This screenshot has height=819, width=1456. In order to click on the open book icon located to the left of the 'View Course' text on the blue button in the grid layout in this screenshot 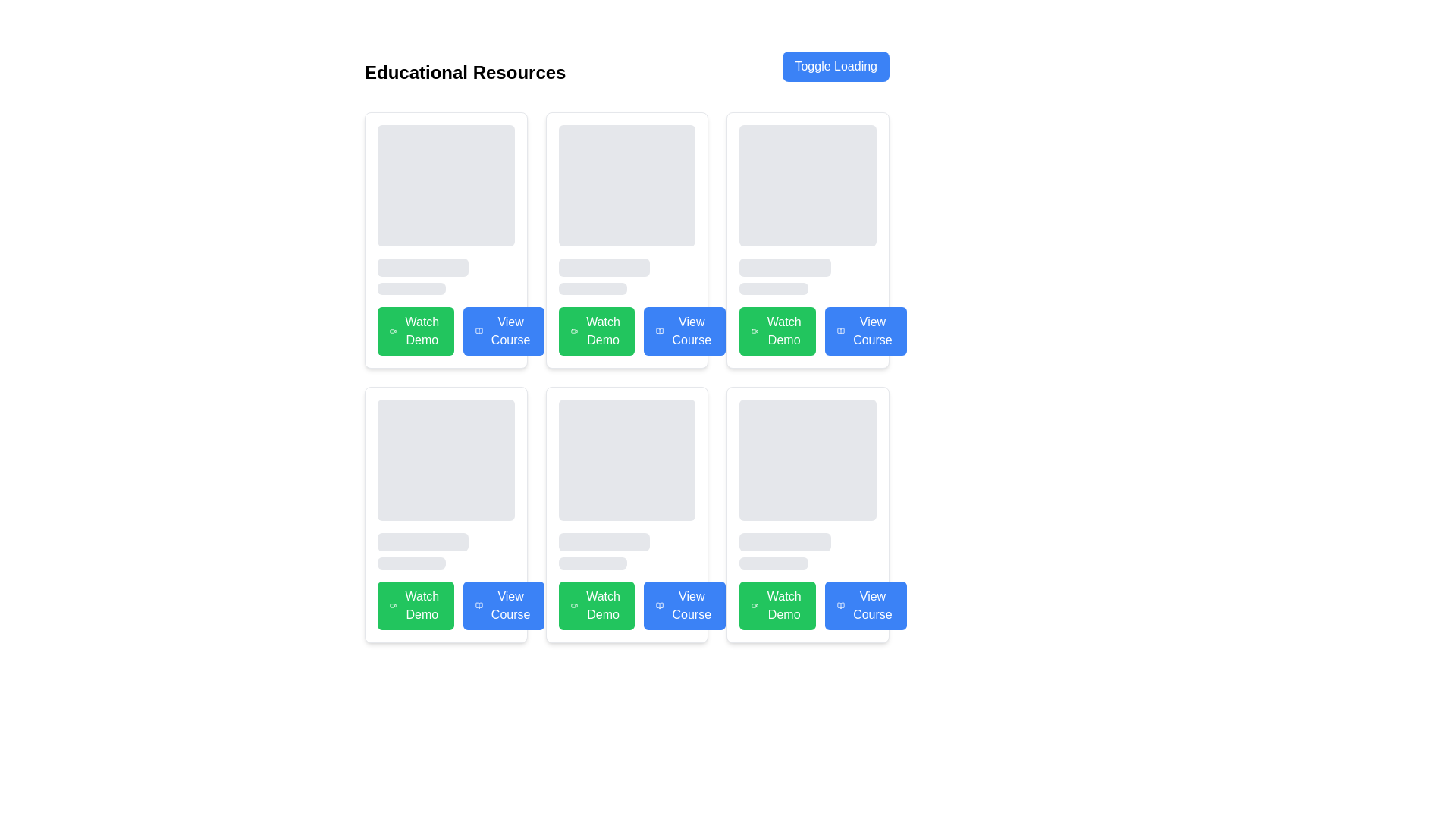, I will do `click(840, 330)`.